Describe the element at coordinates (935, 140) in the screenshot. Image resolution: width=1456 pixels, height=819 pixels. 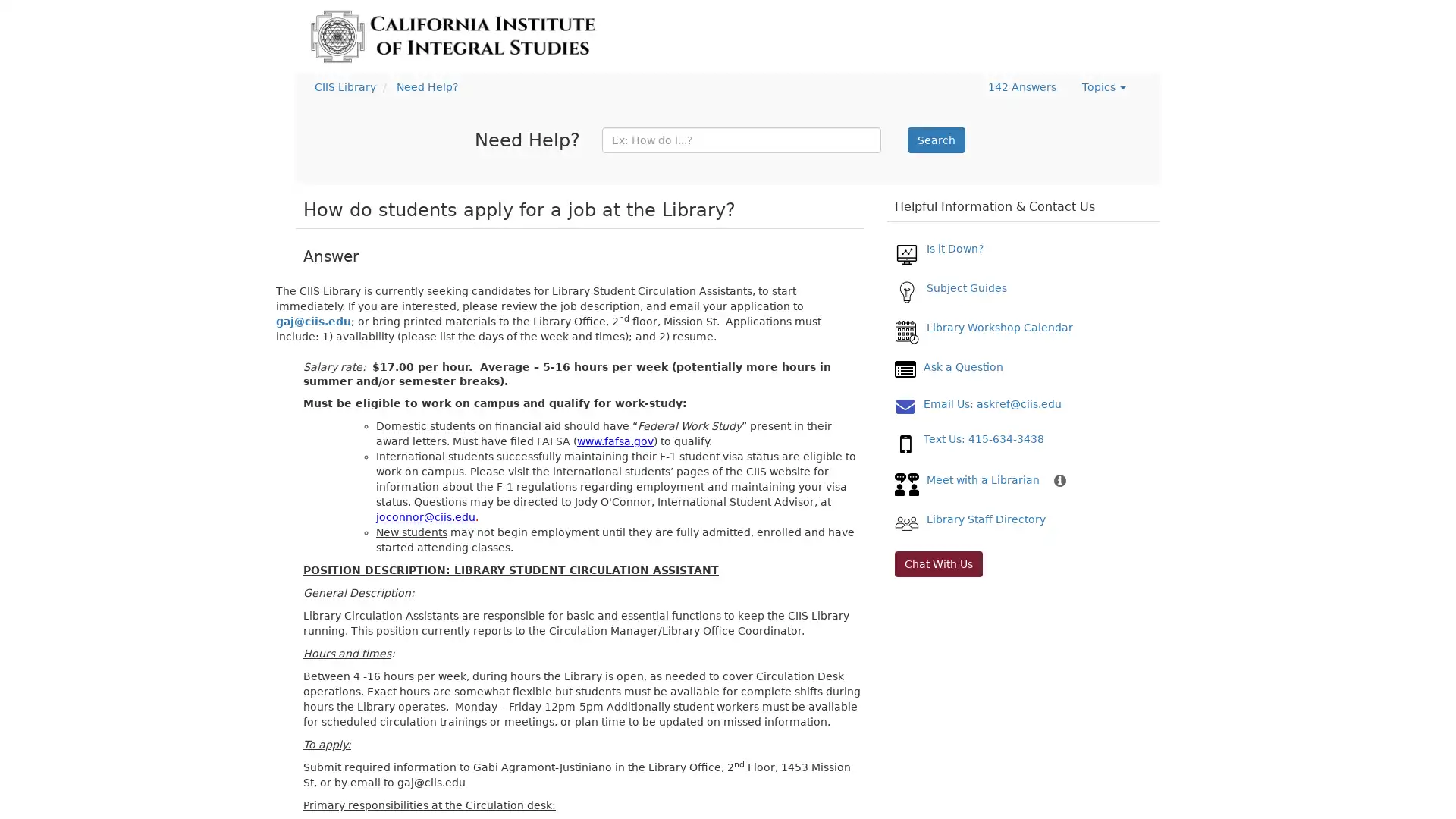
I see `Search` at that location.